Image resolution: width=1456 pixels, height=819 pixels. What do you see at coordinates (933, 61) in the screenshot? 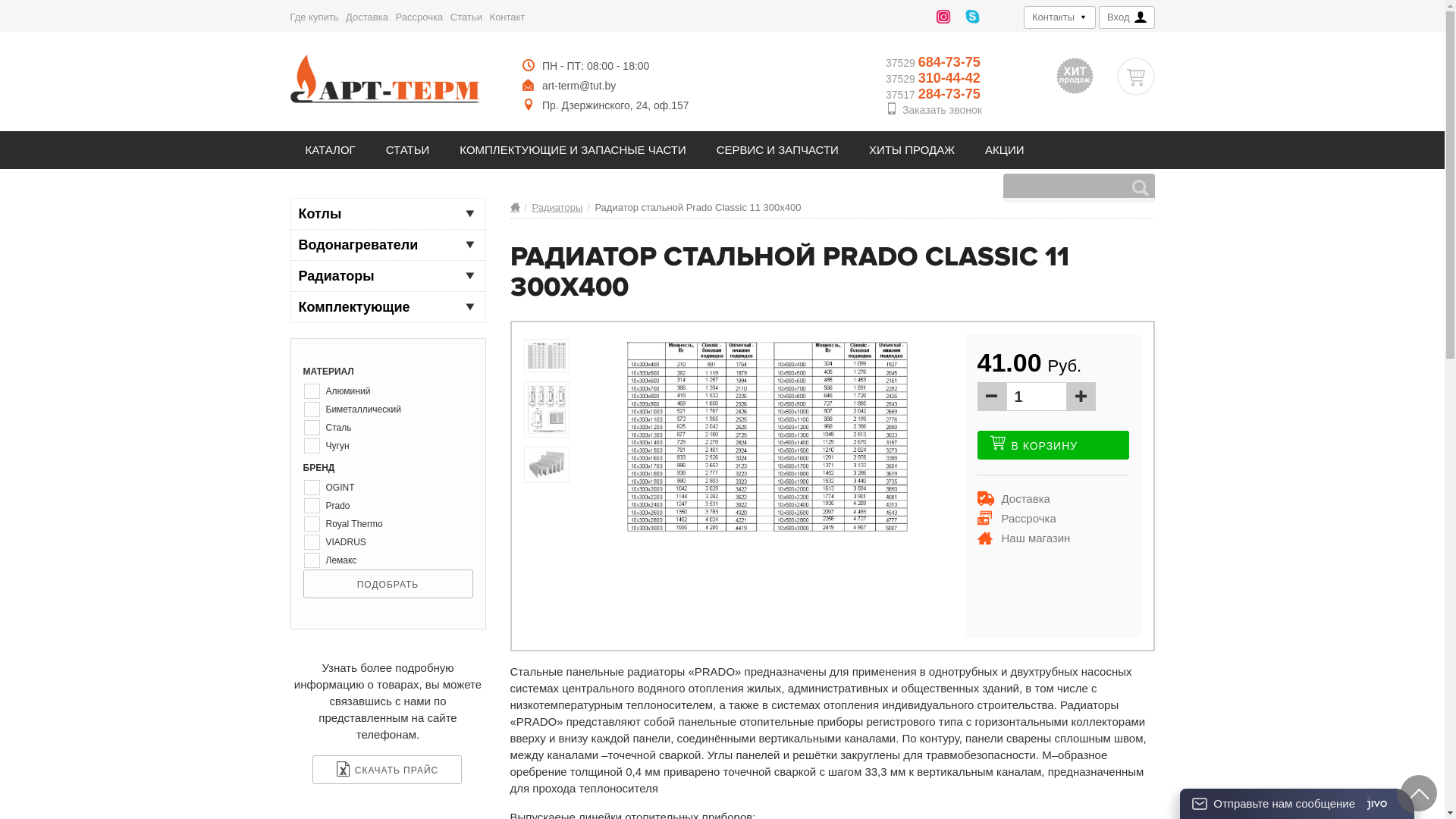
I see `'37529 684-73-75'` at bounding box center [933, 61].